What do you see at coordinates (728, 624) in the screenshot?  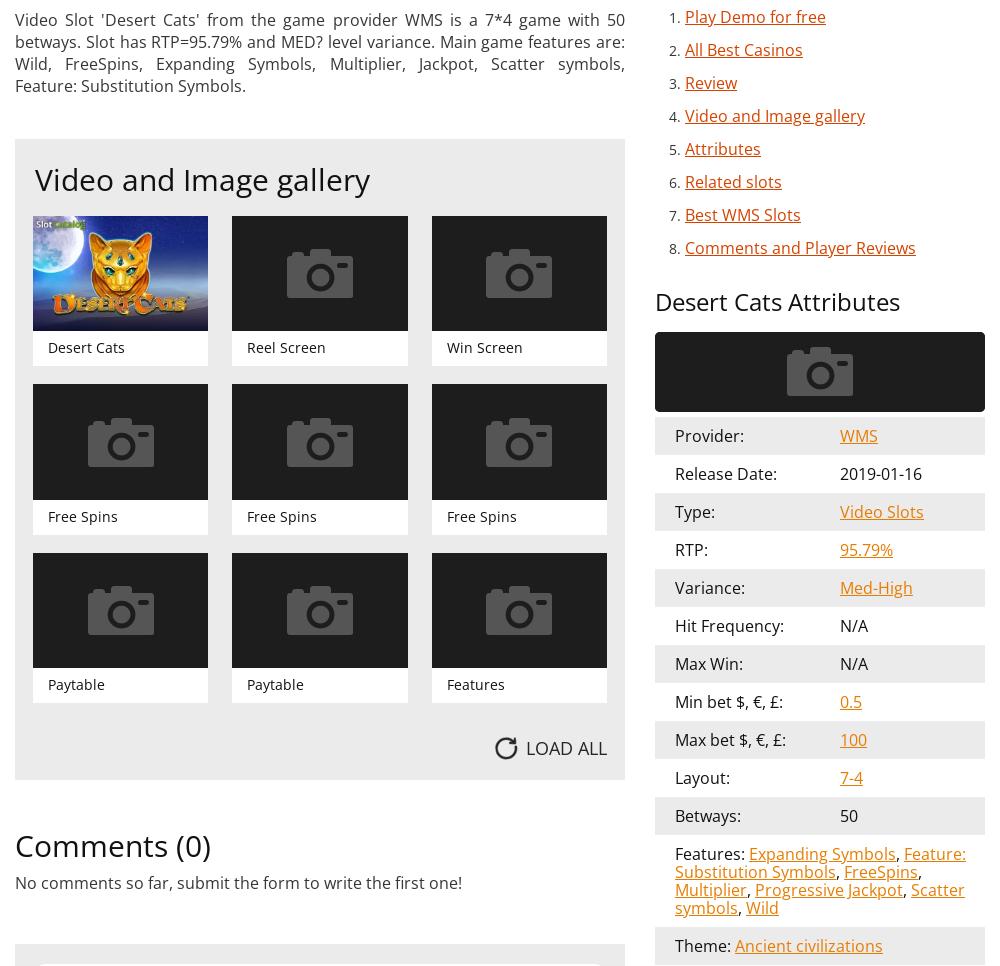 I see `'Hit Frequency:'` at bounding box center [728, 624].